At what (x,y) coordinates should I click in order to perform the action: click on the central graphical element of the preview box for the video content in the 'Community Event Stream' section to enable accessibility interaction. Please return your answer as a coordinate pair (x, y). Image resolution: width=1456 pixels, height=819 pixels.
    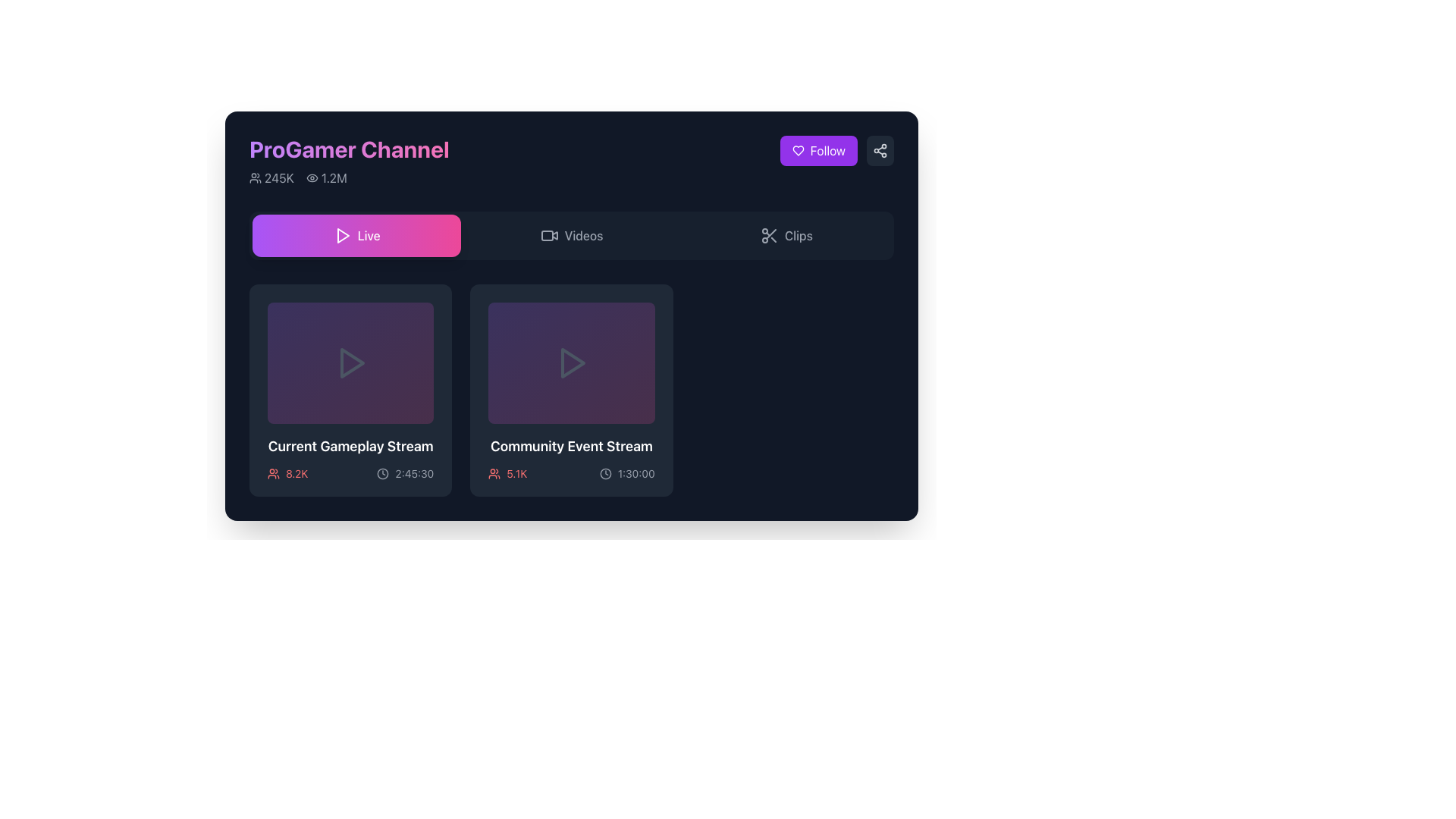
    Looking at the image, I should click on (572, 362).